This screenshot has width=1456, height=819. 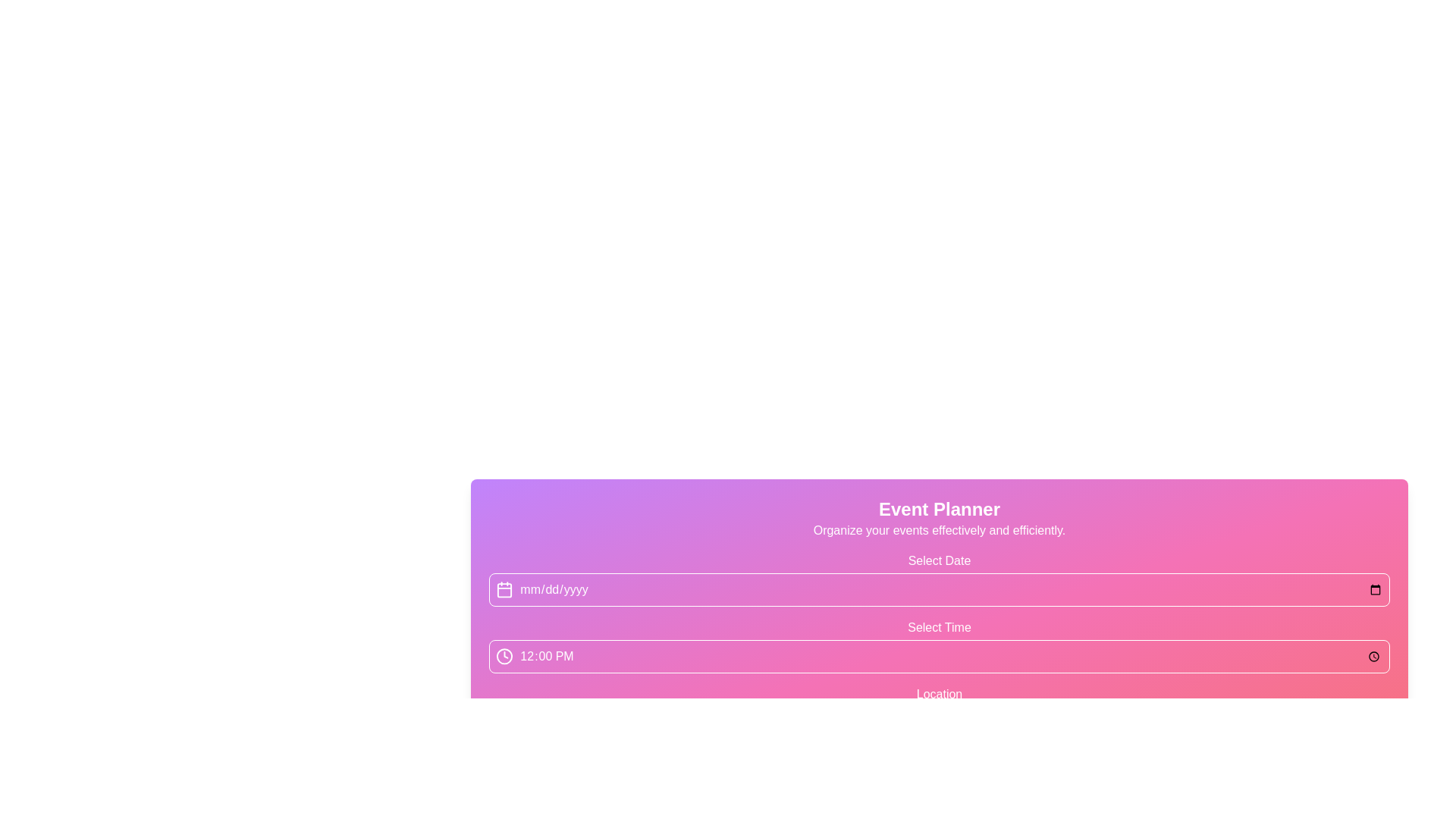 I want to click on the prominently displayed text 'Event Planner' in bold white font, which is located at the top of a gradient background transitioning from purple to pink, so click(x=938, y=509).